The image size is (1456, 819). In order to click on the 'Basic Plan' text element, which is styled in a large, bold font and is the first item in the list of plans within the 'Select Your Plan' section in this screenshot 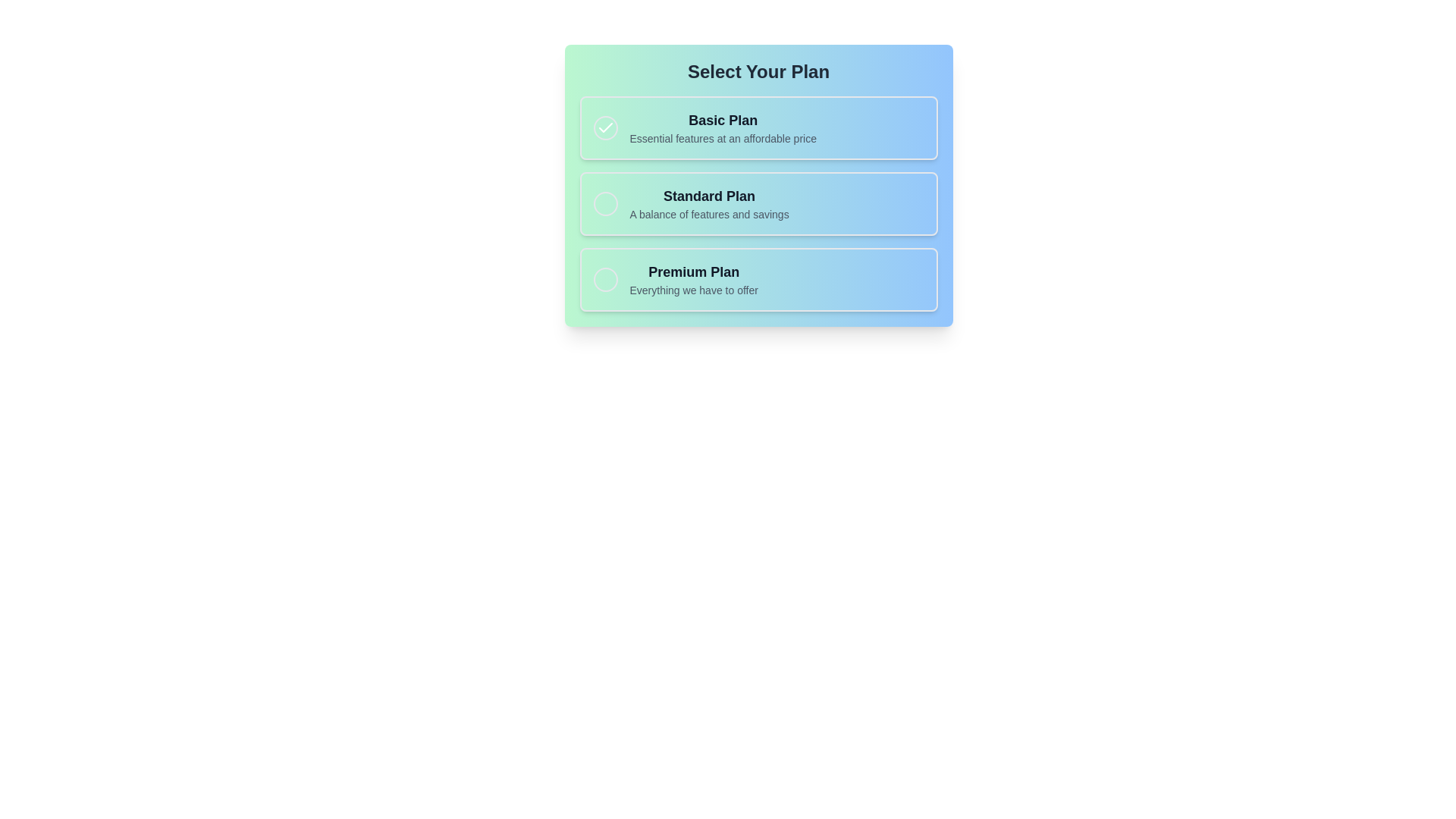, I will do `click(722, 119)`.